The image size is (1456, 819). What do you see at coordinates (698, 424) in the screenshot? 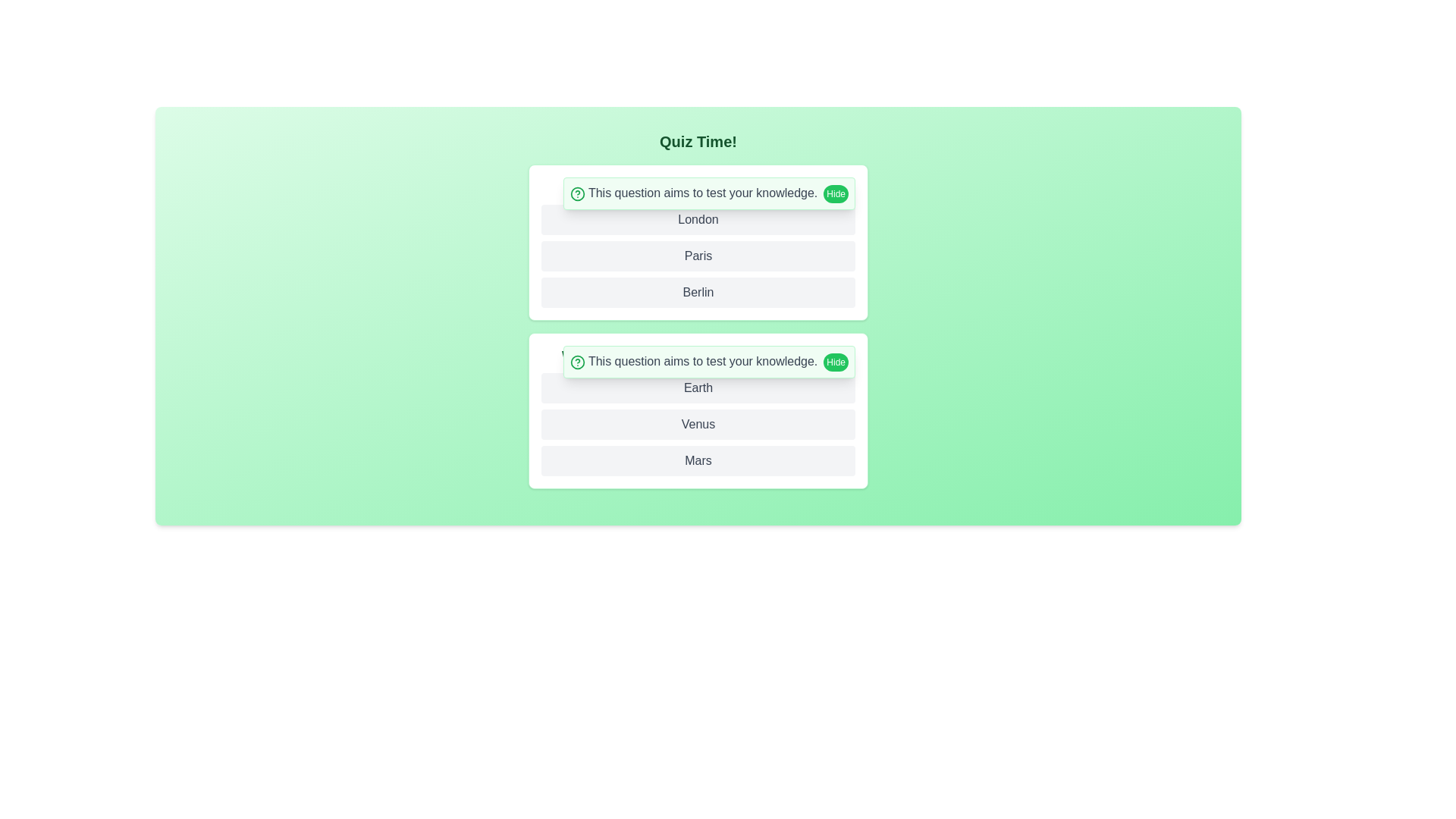
I see `the 'Venus' button, the second option in a vertically-stacked group of buttons, which is visually distinct with rounded corners and a light gray background that turns light green on hover` at bounding box center [698, 424].